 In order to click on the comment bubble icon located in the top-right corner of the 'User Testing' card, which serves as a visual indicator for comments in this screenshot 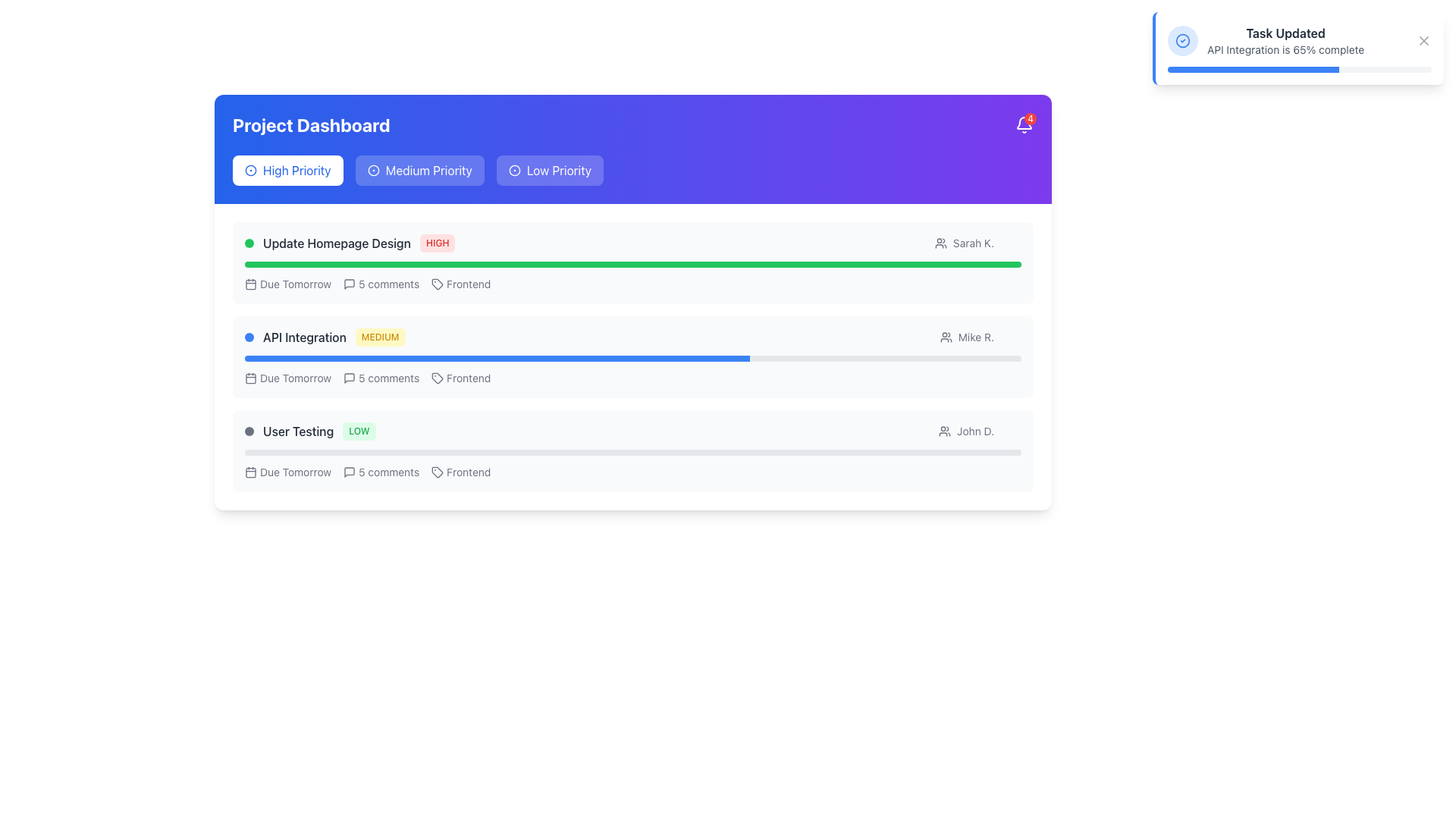, I will do `click(349, 472)`.